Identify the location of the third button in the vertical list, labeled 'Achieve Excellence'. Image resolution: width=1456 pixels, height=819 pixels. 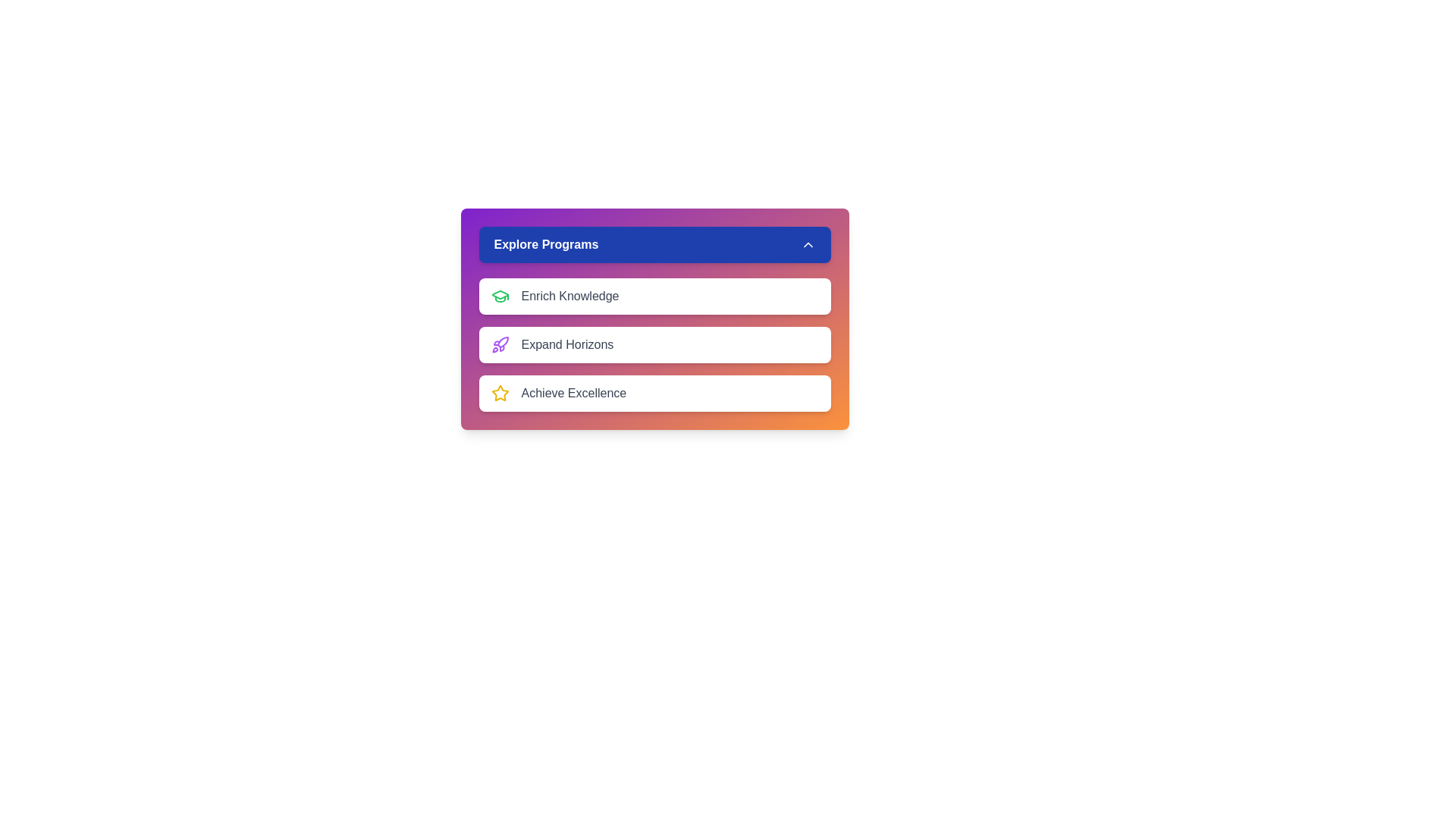
(654, 393).